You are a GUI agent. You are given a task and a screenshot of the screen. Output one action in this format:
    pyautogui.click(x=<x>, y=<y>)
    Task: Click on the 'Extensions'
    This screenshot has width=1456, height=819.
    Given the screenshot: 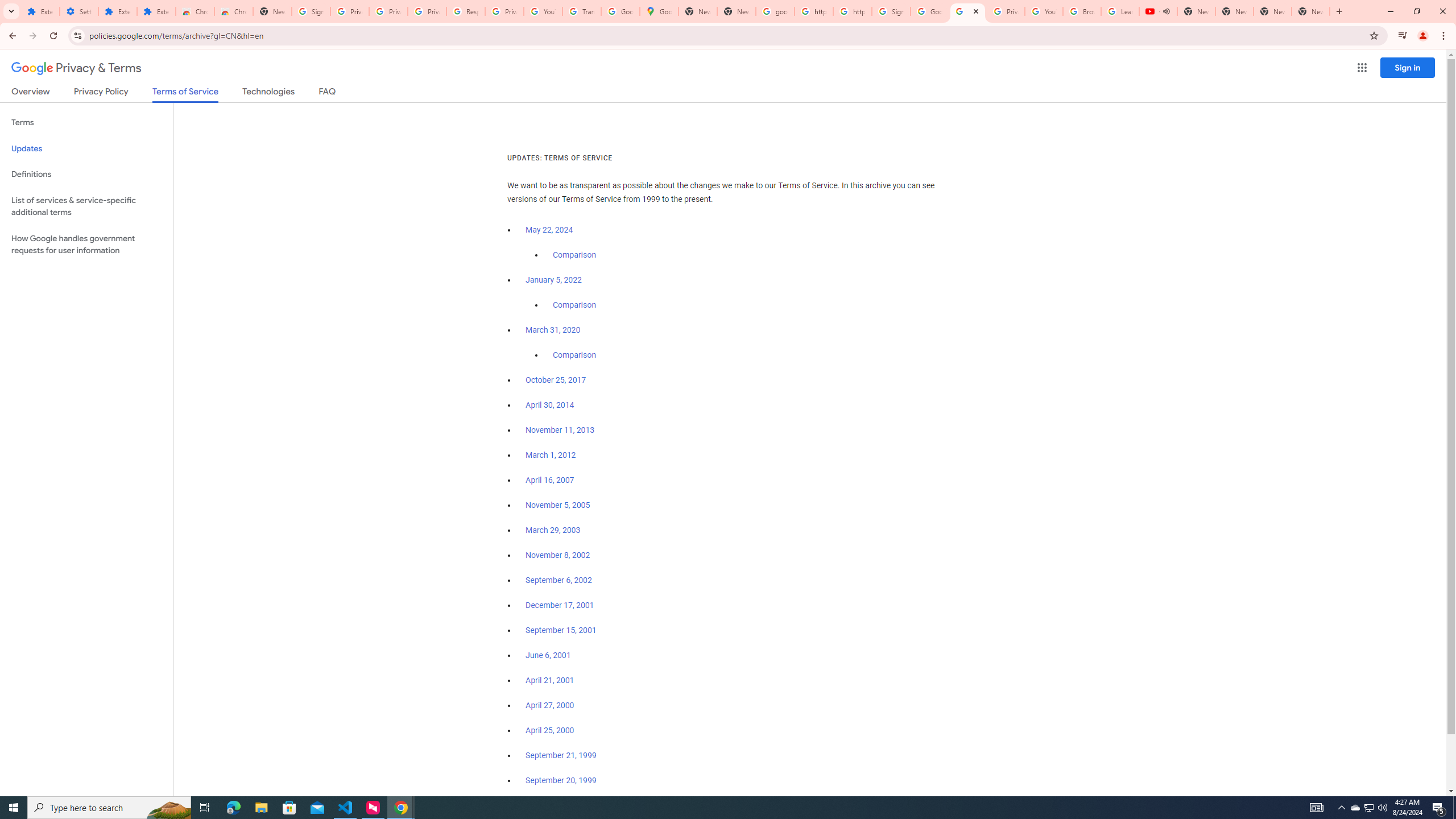 What is the action you would take?
    pyautogui.click(x=118, y=11)
    